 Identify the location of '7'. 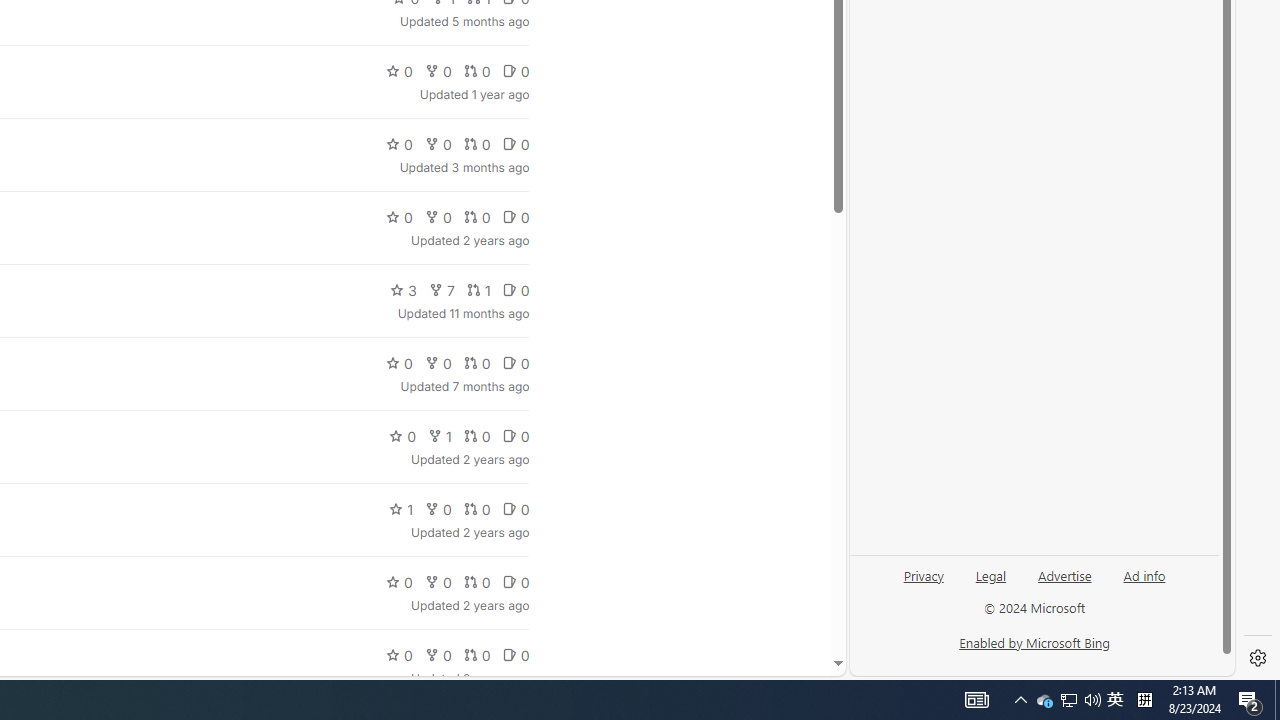
(440, 290).